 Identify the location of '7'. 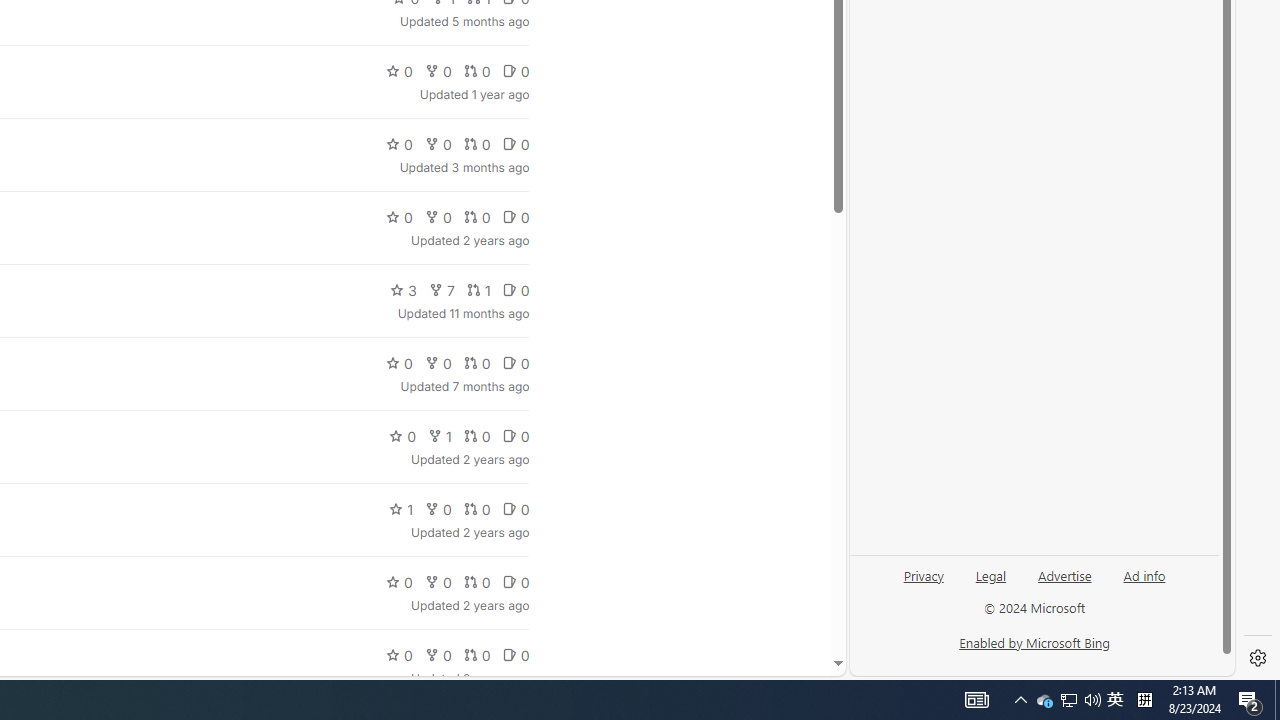
(440, 290).